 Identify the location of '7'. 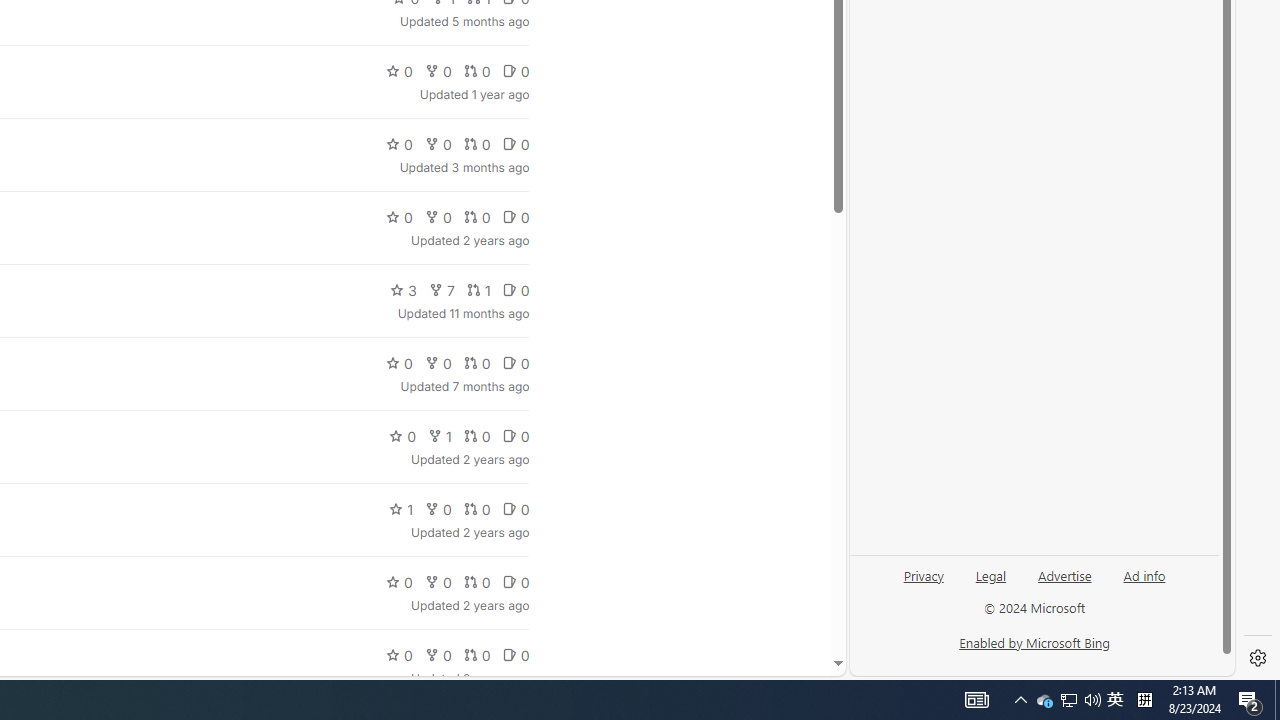
(440, 290).